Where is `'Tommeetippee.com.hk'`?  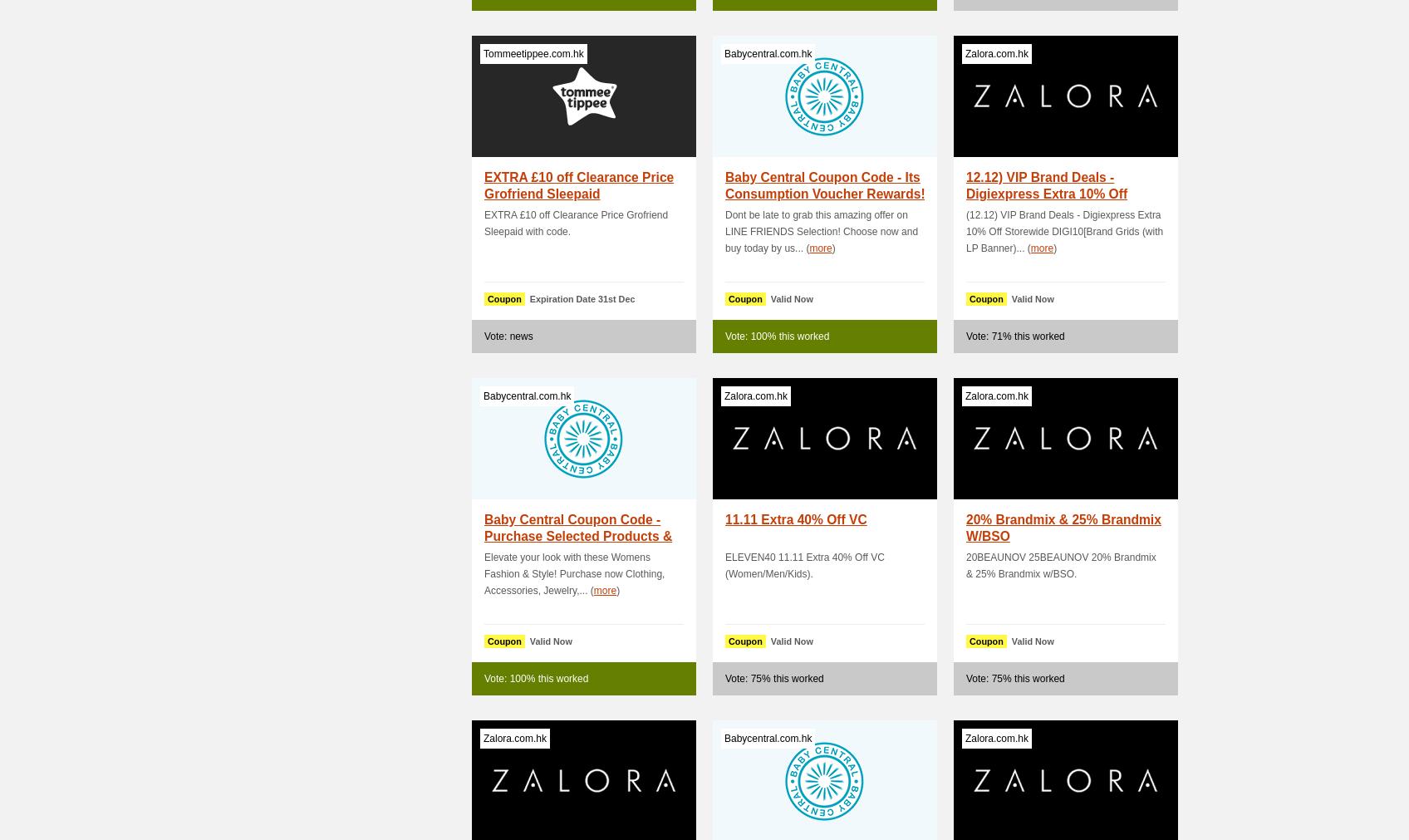
'Tommeetippee.com.hk' is located at coordinates (484, 53).